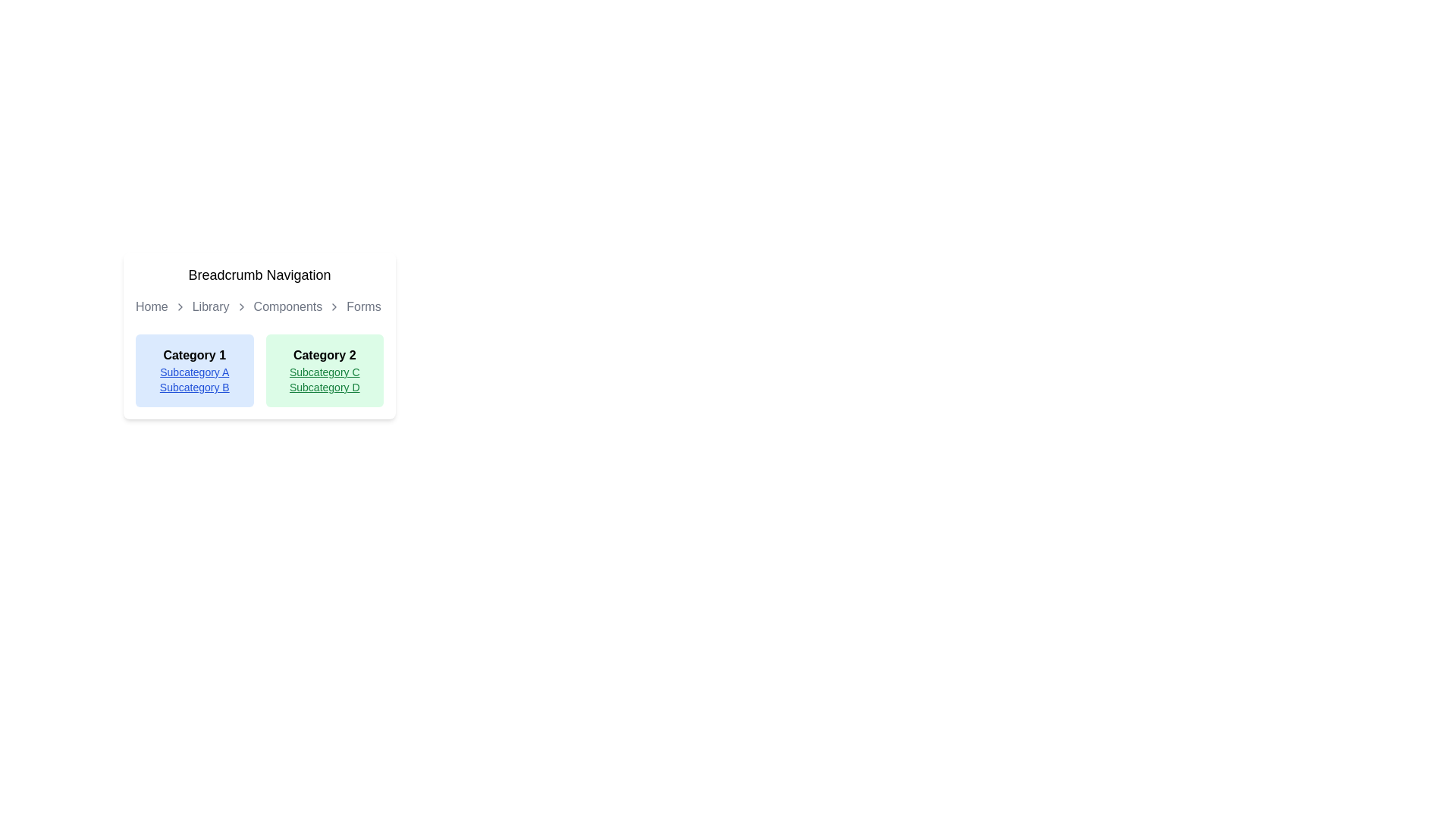 Image resolution: width=1456 pixels, height=819 pixels. Describe the element at coordinates (364, 307) in the screenshot. I see `the fifth clickable text link in the breadcrumb navigation, which navigates to the 'Forms' section, to trigger the hover effect that changes its color to blue` at that location.